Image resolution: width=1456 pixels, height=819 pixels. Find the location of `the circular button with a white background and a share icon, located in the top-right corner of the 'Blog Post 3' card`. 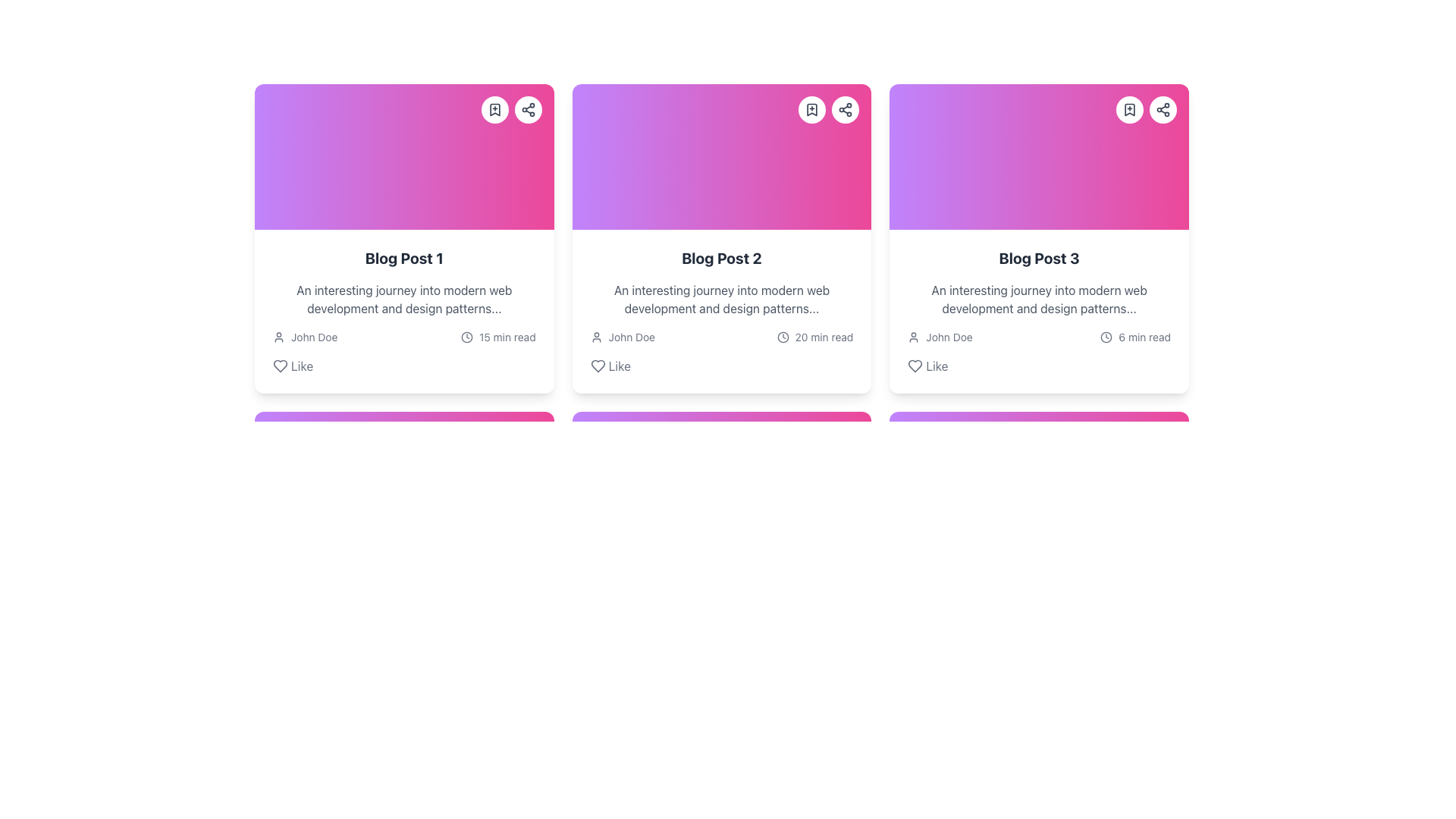

the circular button with a white background and a share icon, located in the top-right corner of the 'Blog Post 3' card is located at coordinates (1162, 109).